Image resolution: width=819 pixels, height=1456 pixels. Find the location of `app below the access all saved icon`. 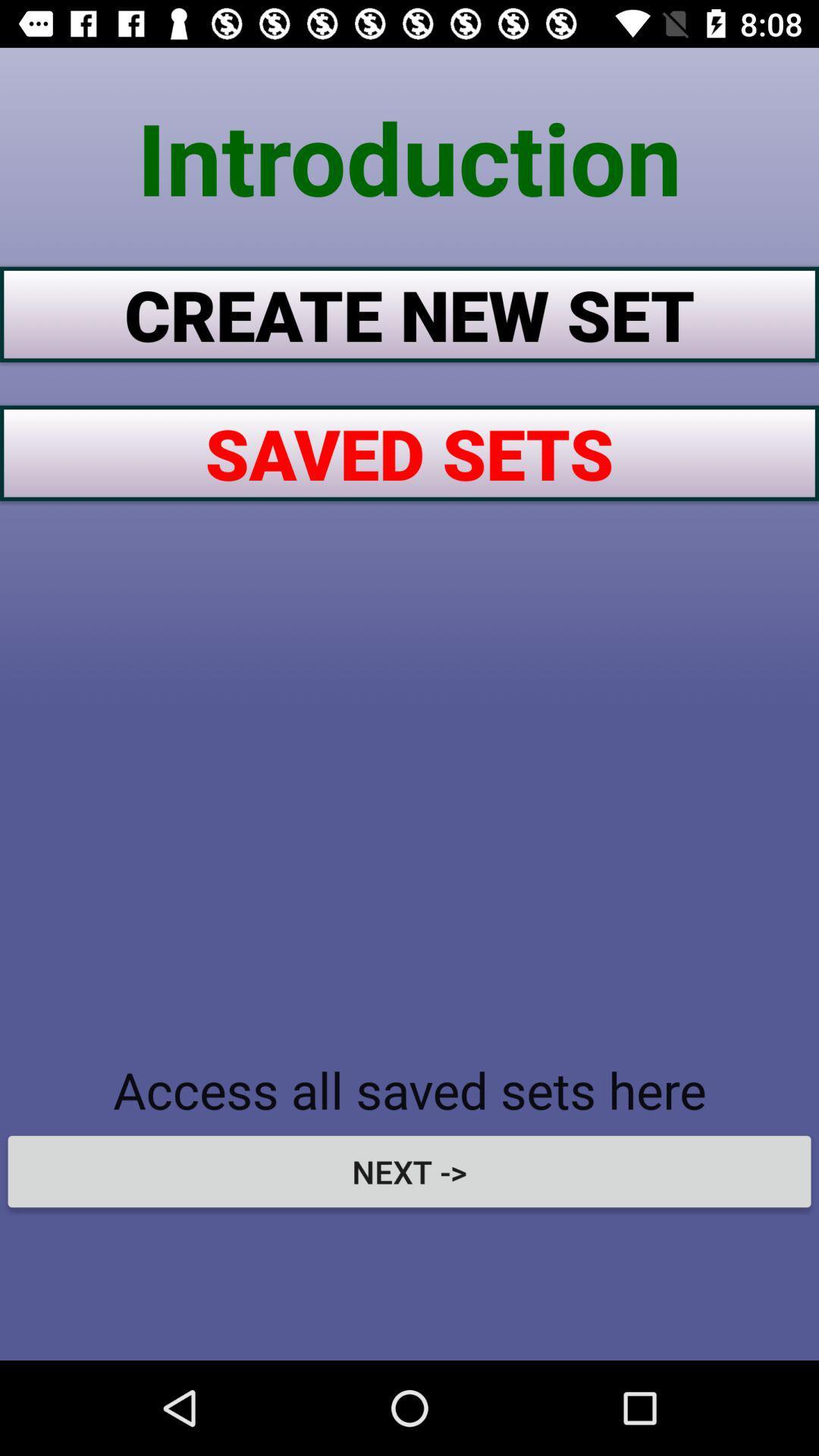

app below the access all saved icon is located at coordinates (409, 1171).